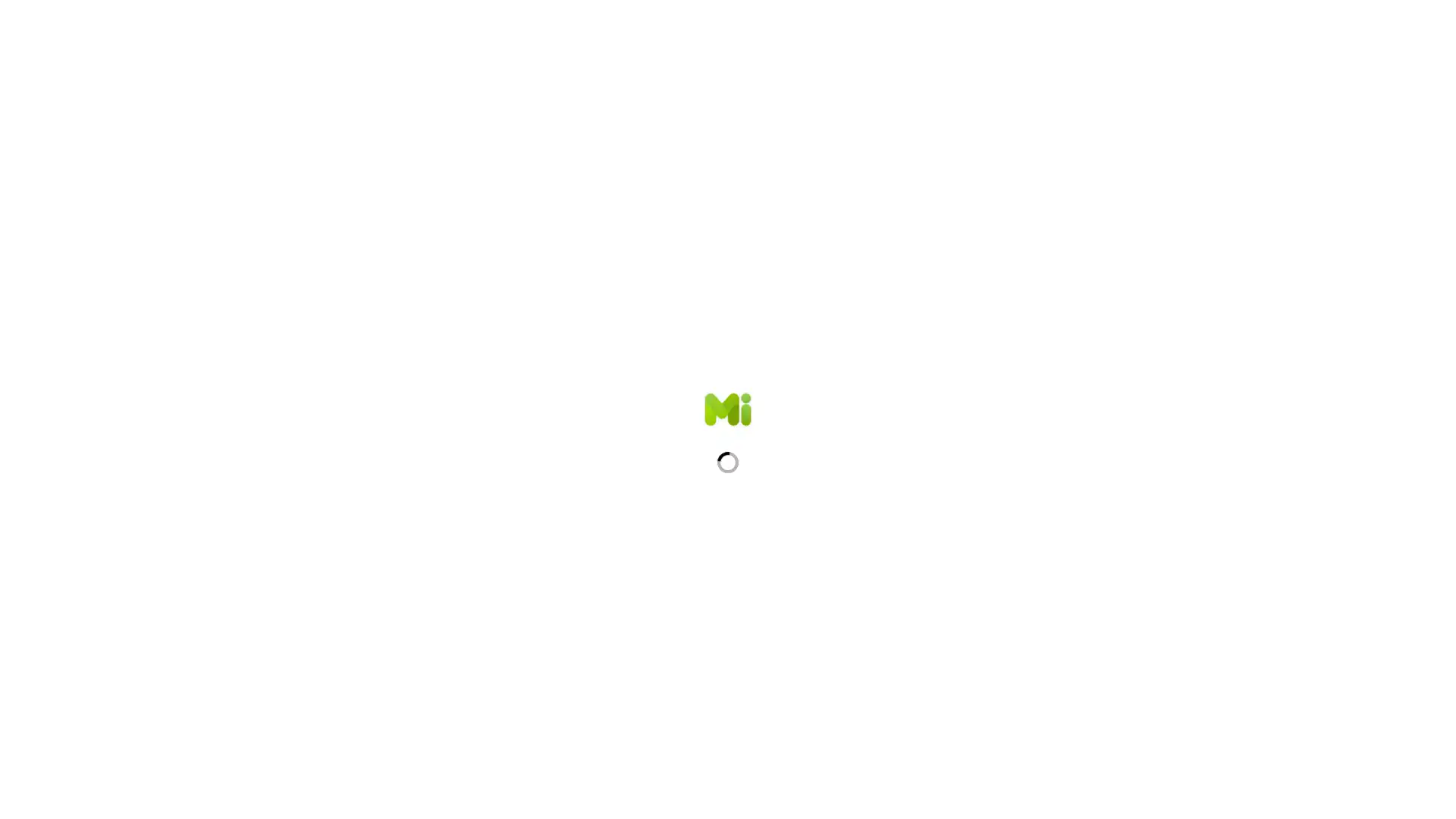 This screenshot has height=819, width=1456. What do you see at coordinates (1201, 23) in the screenshot?
I see `Search` at bounding box center [1201, 23].